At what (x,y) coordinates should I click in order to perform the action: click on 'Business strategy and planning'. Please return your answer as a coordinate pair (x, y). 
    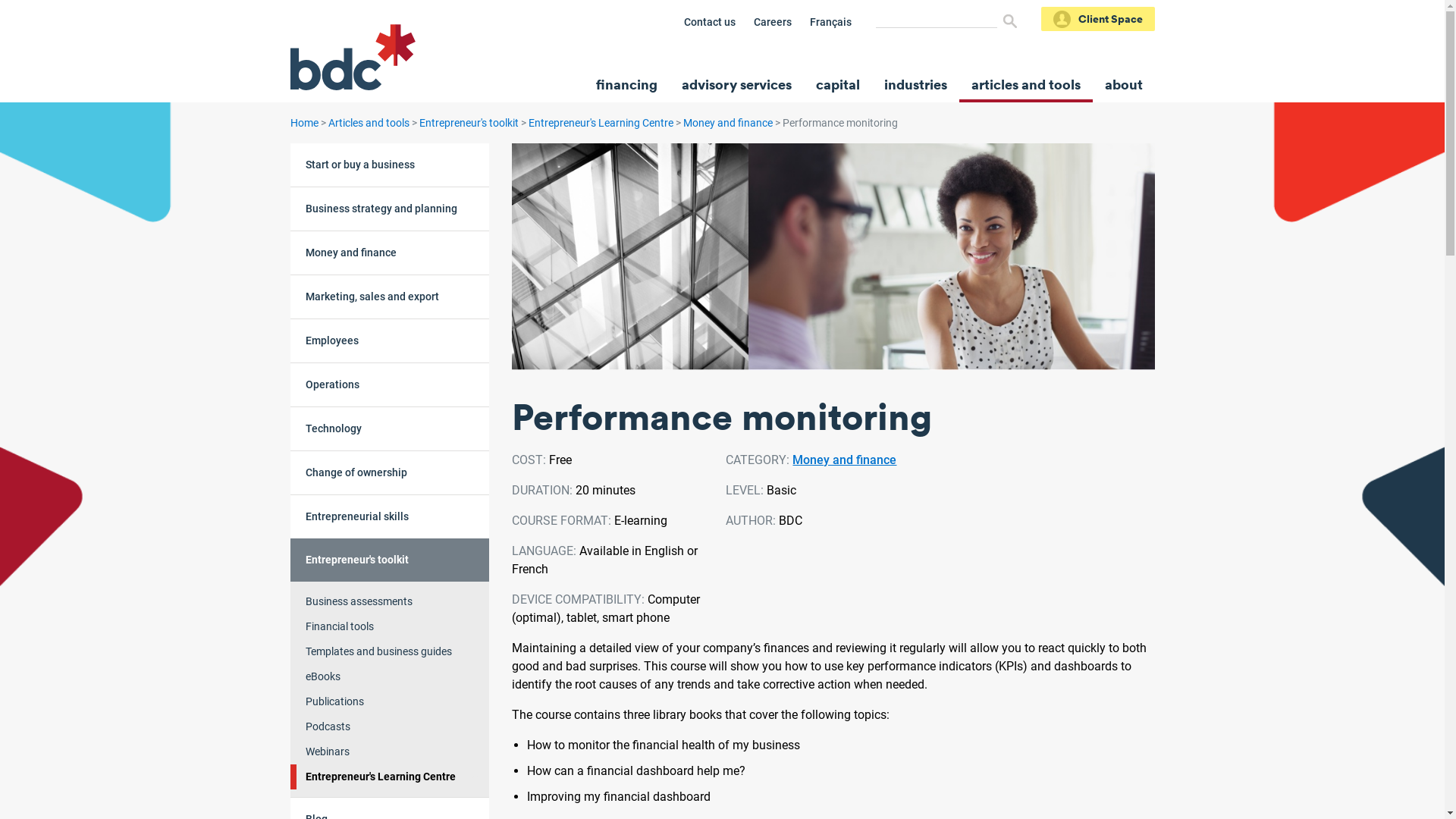
    Looking at the image, I should click on (389, 208).